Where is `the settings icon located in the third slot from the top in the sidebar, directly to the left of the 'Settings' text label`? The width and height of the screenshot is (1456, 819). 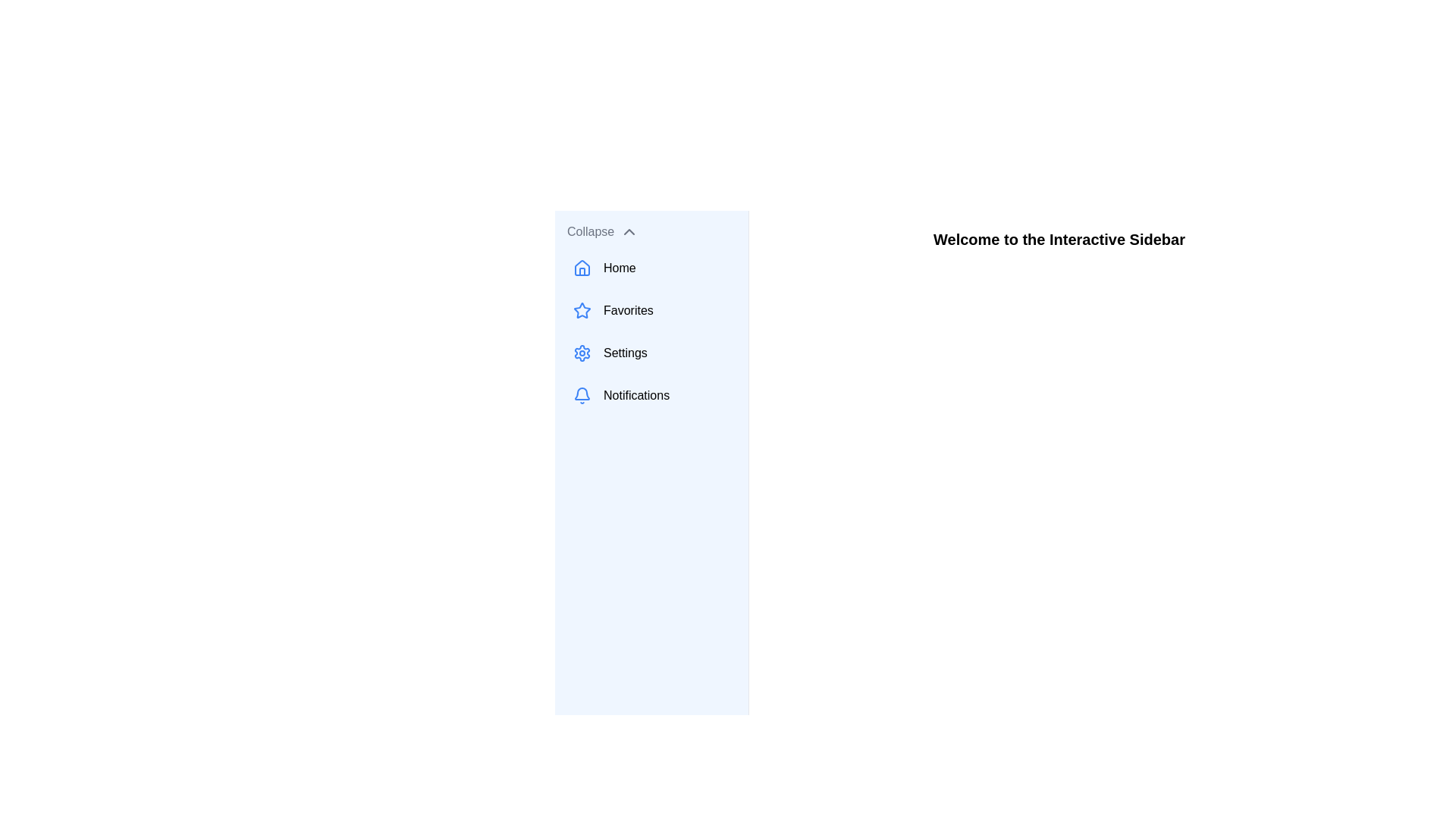
the settings icon located in the third slot from the top in the sidebar, directly to the left of the 'Settings' text label is located at coordinates (582, 353).